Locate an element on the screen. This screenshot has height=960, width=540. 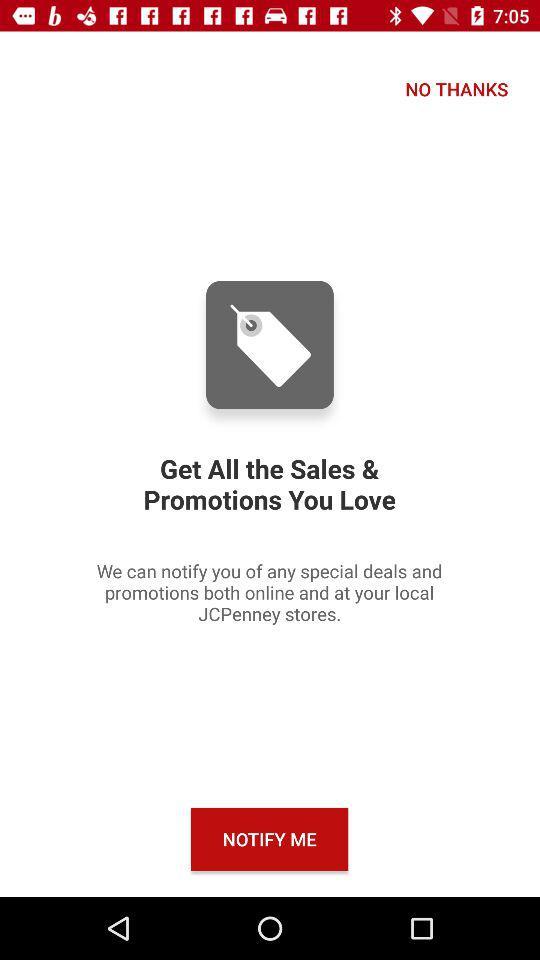
the no thanks icon is located at coordinates (456, 89).